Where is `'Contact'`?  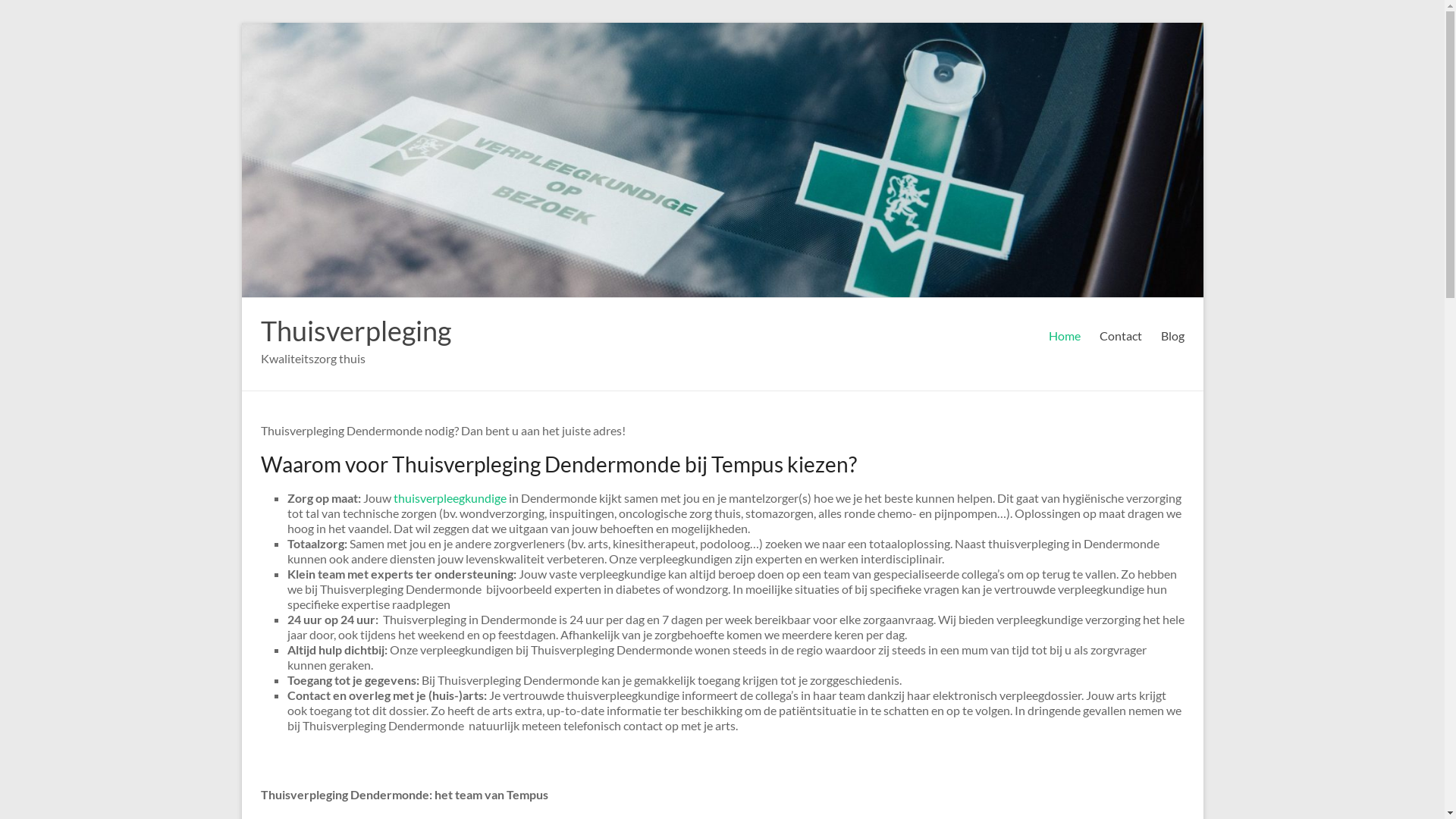 'Contact' is located at coordinates (1099, 335).